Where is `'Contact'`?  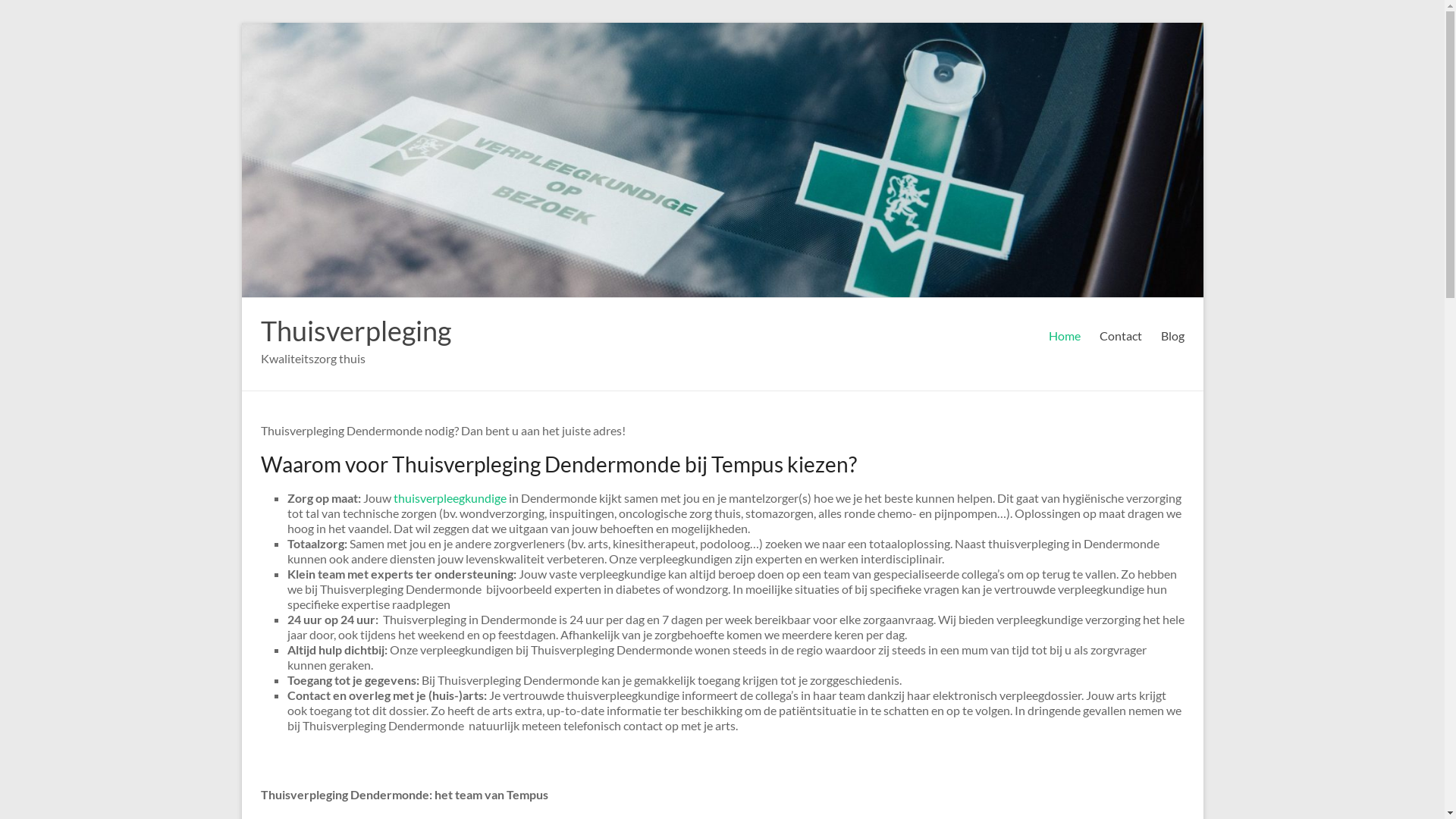 'Contact' is located at coordinates (1099, 335).